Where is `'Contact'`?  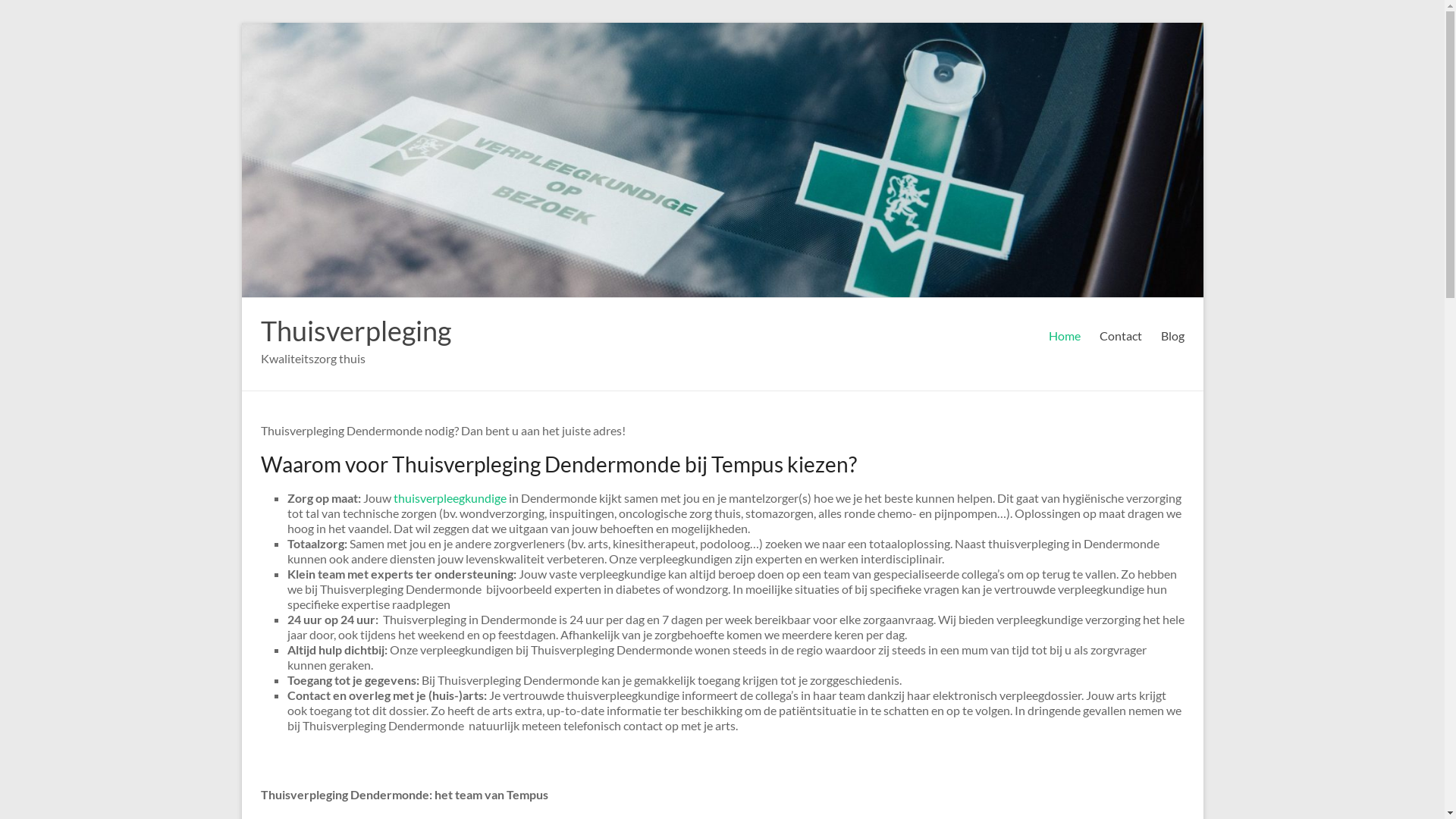 'Contact' is located at coordinates (1099, 335).